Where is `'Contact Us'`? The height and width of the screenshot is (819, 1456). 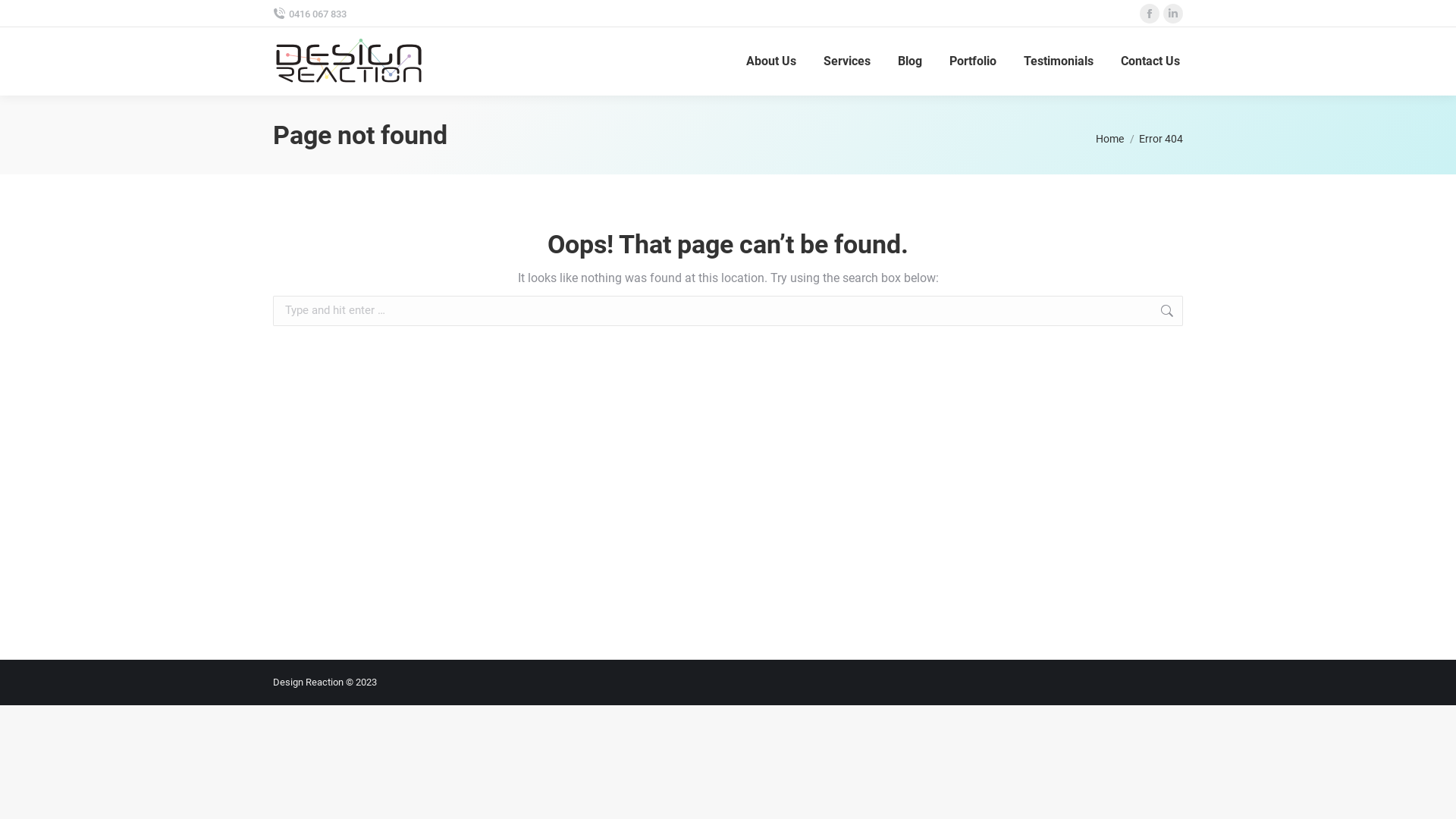 'Contact Us' is located at coordinates (1150, 61).